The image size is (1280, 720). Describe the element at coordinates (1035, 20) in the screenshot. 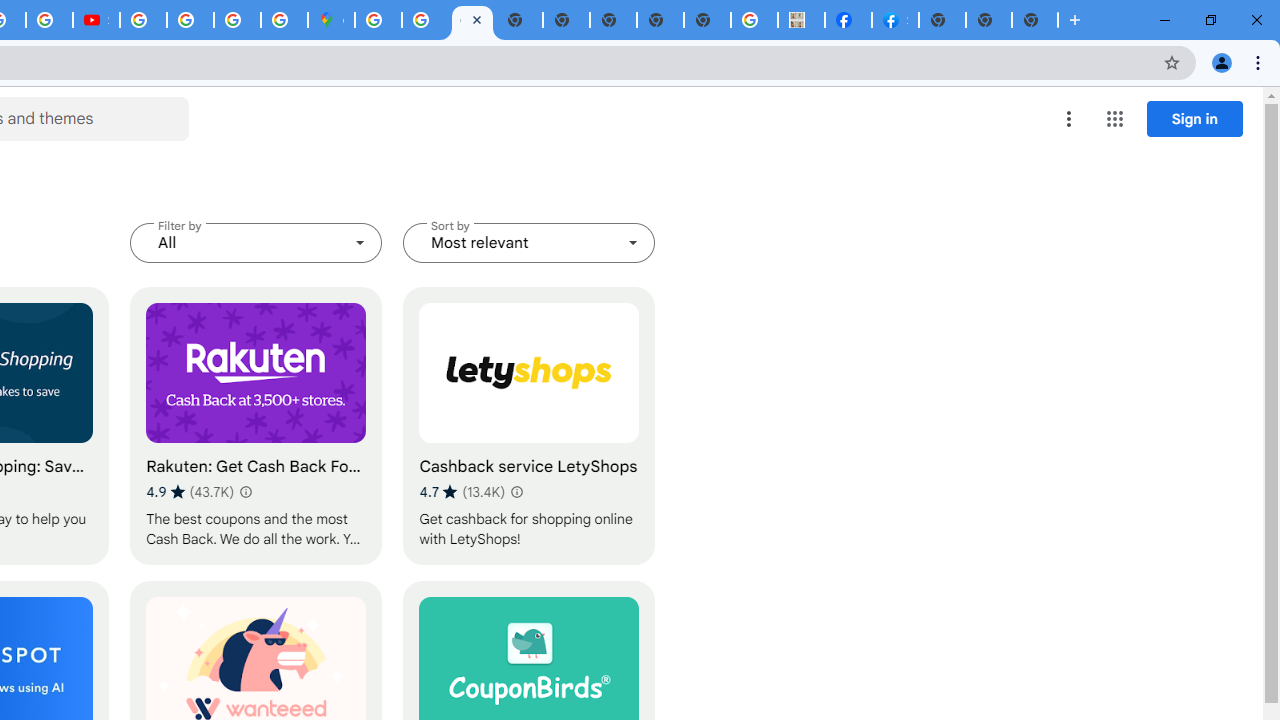

I see `'New Tab'` at that location.